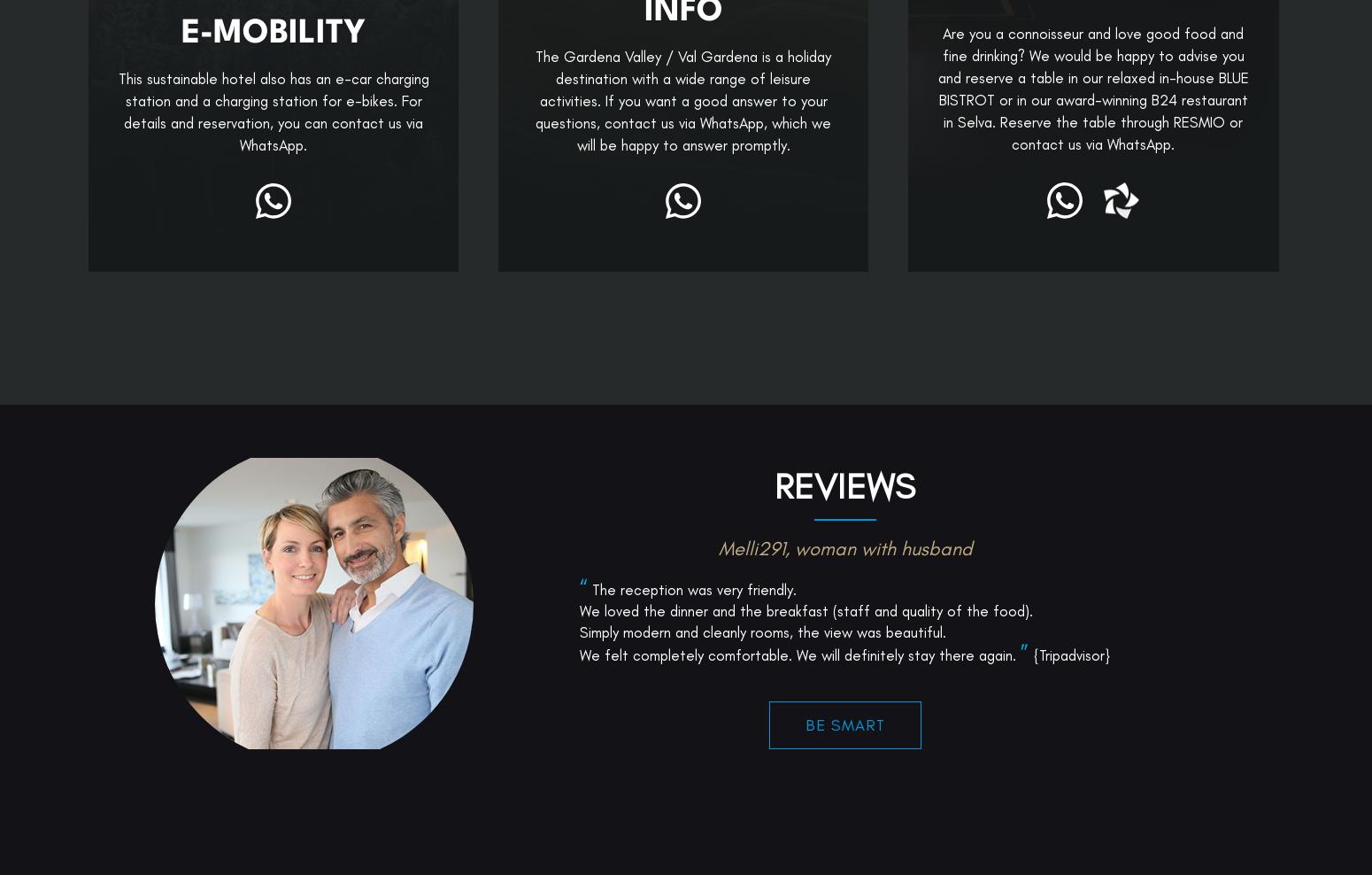 This screenshot has height=875, width=1372. Describe the element at coordinates (1092, 88) in the screenshot. I see `'Are you a connoisseur and love good food and fine drinking? We would be happy to advise you and reserve a table in our relaxed in-house BLUE BISTROT or in our award-winning B24 restaurant in Selva. Reserve the table through RESMIO or contact us via WhatsApp.'` at that location.